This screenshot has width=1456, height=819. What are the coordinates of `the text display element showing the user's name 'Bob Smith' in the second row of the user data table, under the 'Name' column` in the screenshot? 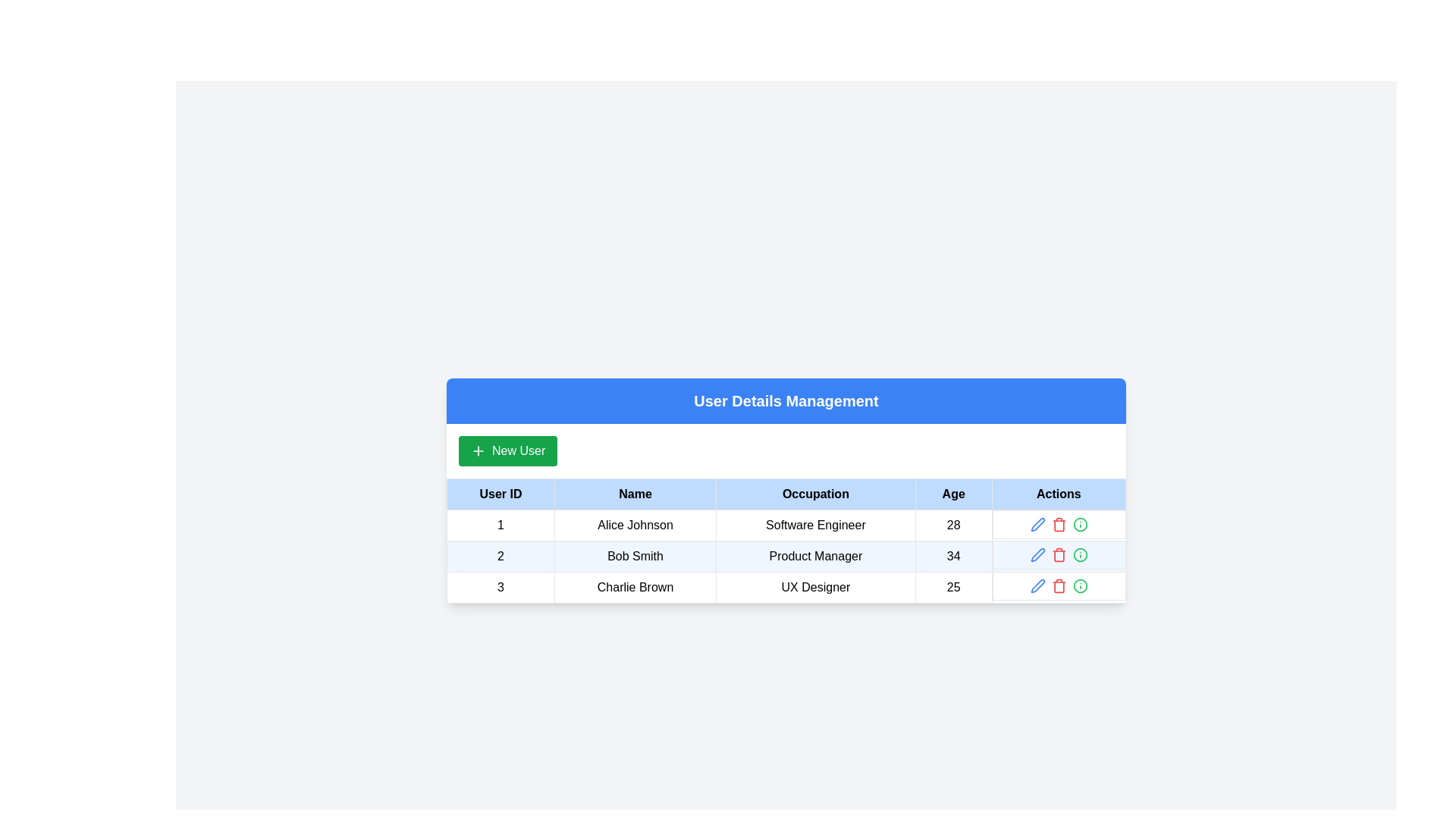 It's located at (635, 556).